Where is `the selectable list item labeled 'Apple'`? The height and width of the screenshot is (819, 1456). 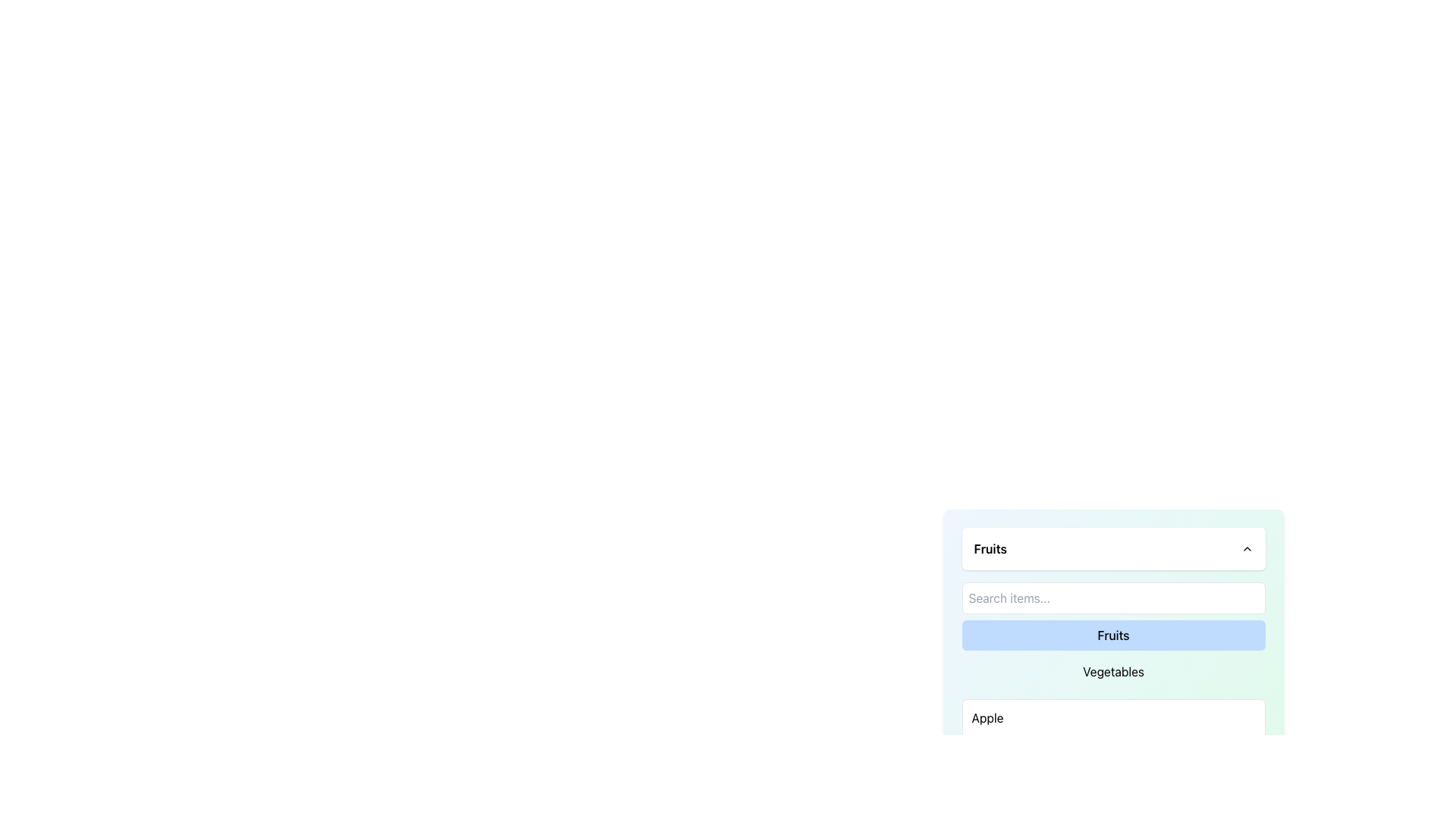 the selectable list item labeled 'Apple' is located at coordinates (1113, 717).